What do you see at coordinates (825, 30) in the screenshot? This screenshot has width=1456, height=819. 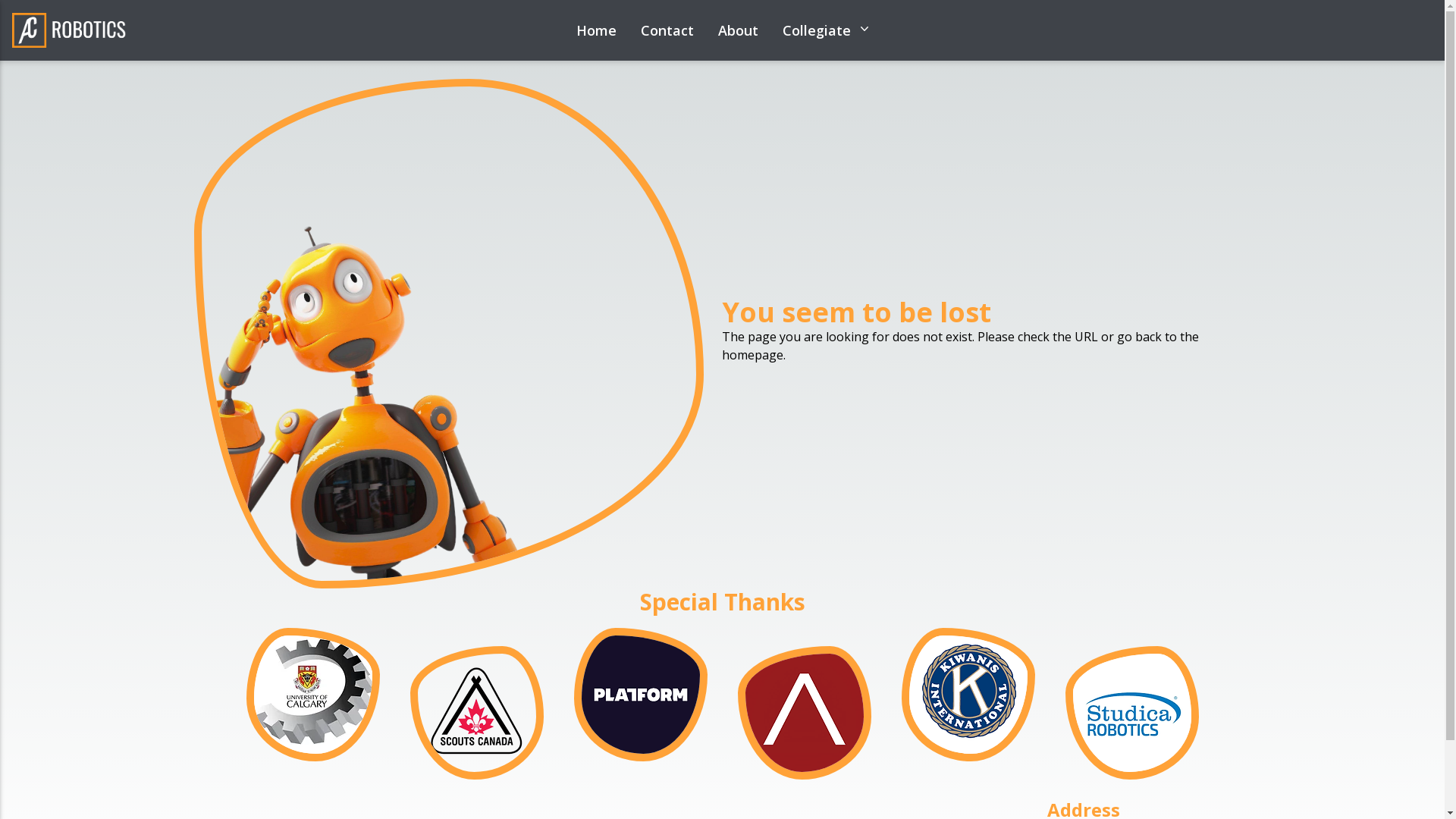 I see `'Collegiate'` at bounding box center [825, 30].